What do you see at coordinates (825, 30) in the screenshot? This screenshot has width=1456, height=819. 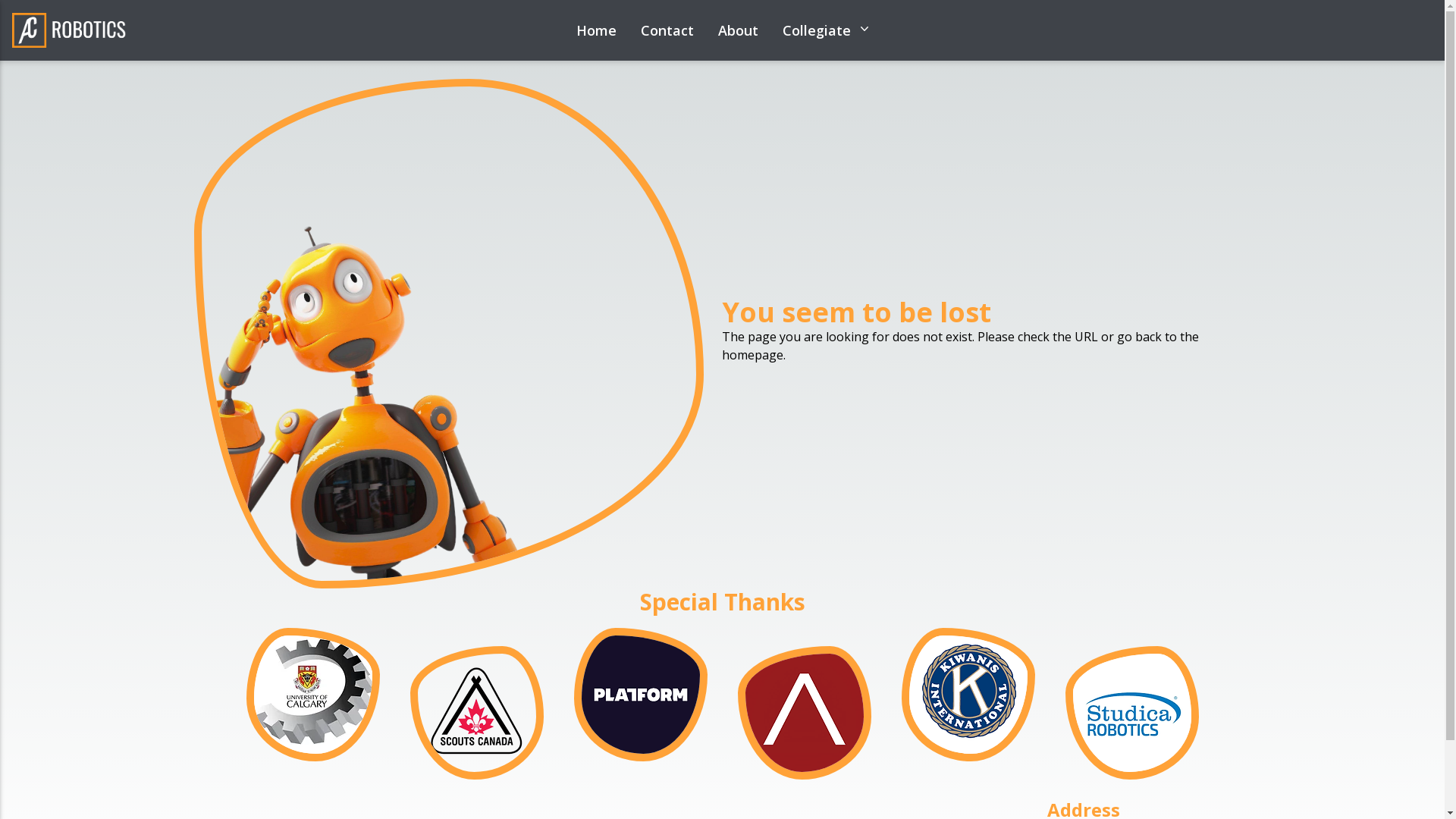 I see `'Collegiate'` at bounding box center [825, 30].